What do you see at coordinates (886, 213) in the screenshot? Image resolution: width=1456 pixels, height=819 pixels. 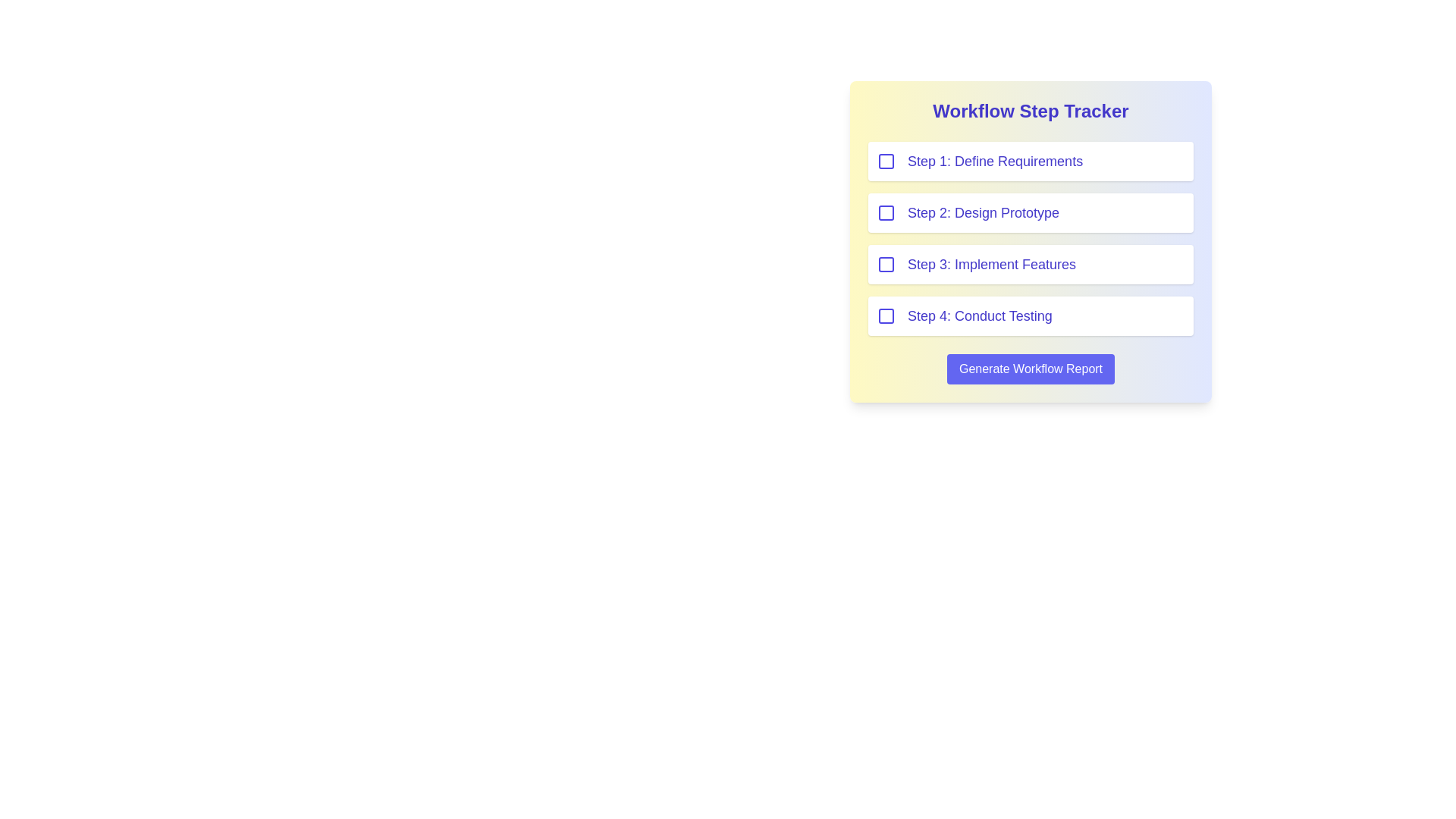 I see `the checkbox located to the left of the text 'Step 2: Design Prototype' in the vertical step tracker` at bounding box center [886, 213].